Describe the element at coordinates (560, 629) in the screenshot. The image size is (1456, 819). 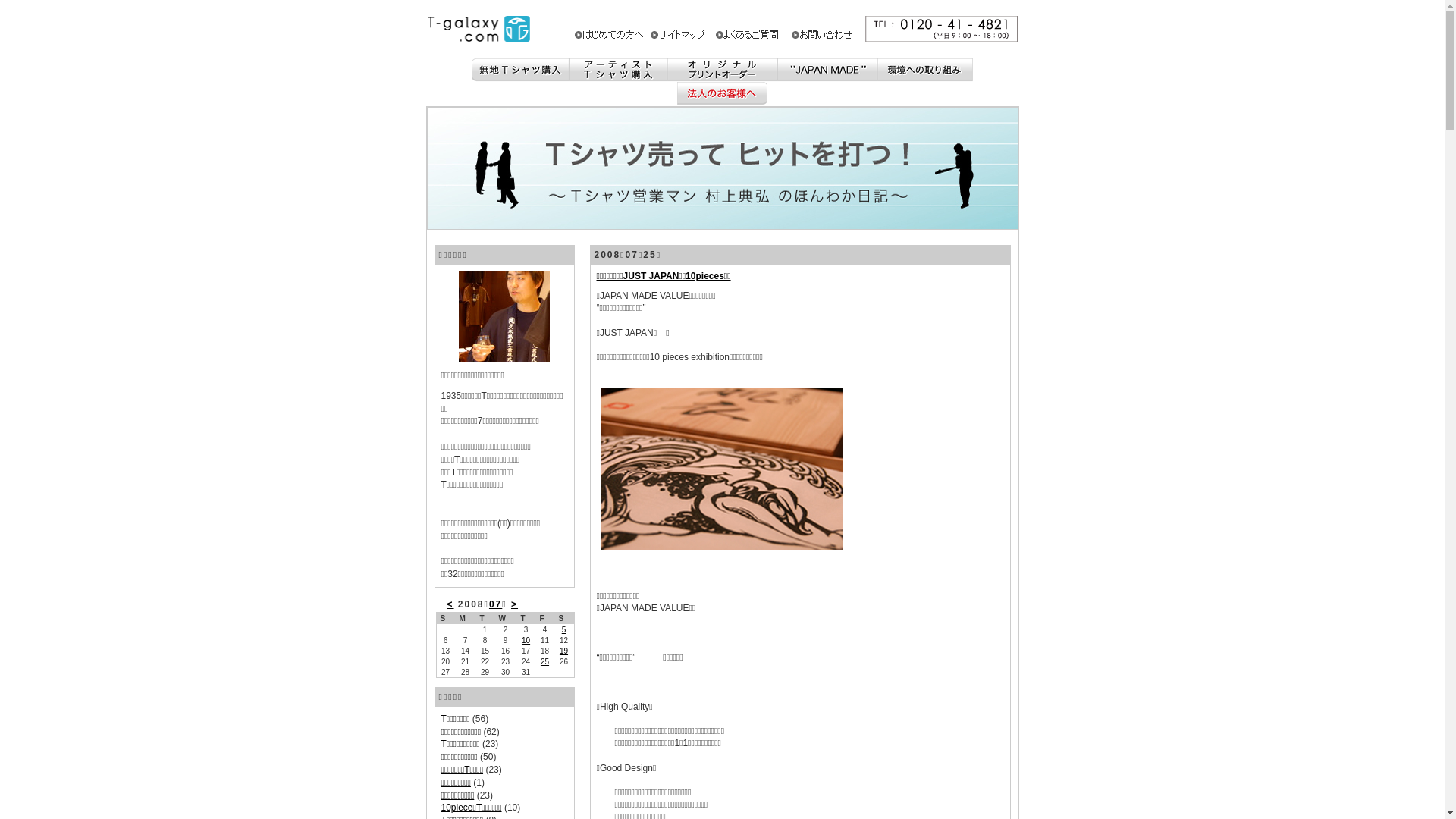
I see `'5'` at that location.